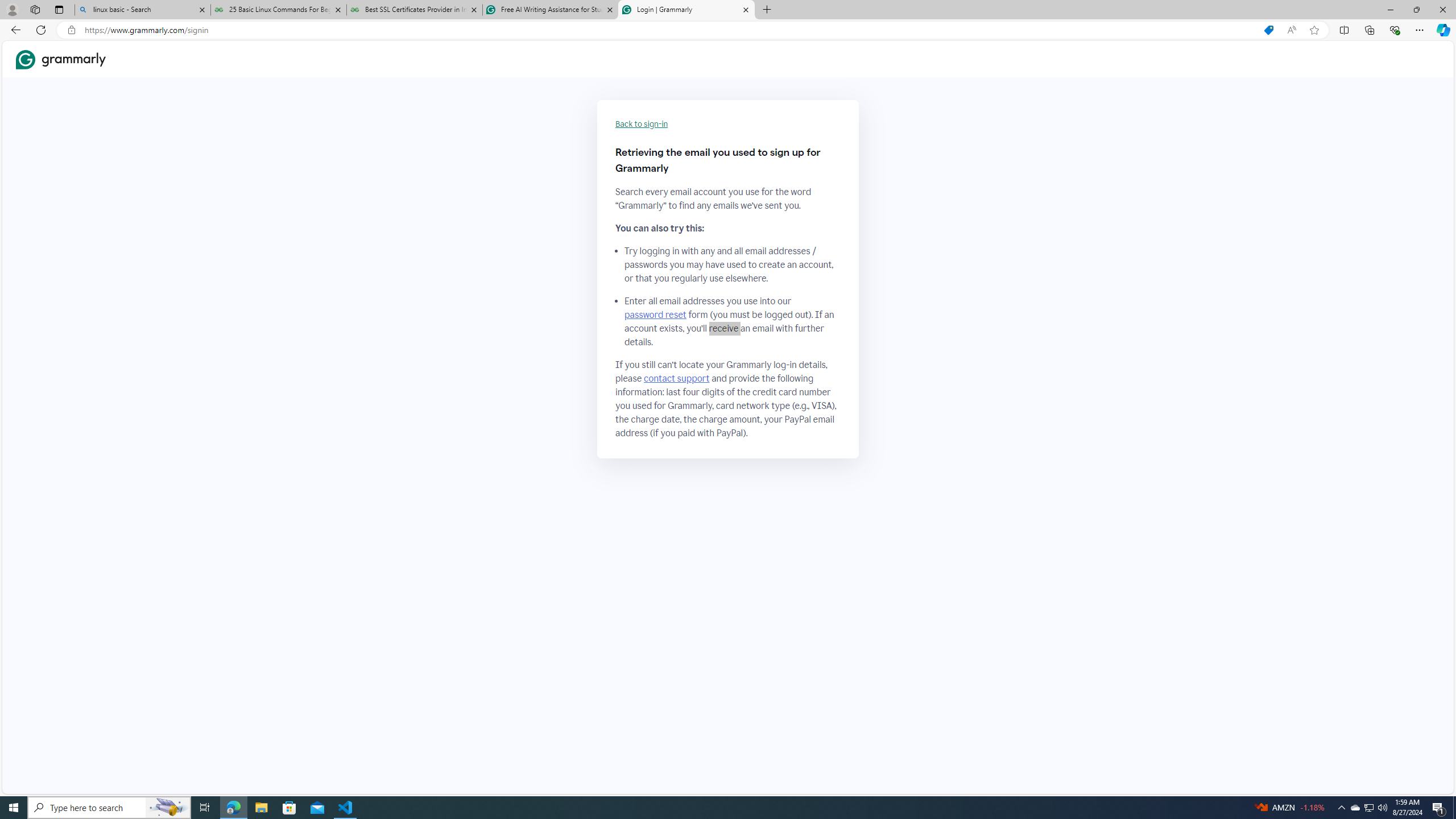 Image resolution: width=1456 pixels, height=819 pixels. Describe the element at coordinates (549, 9) in the screenshot. I see `'Free AI Writing Assistance for Students | Grammarly'` at that location.